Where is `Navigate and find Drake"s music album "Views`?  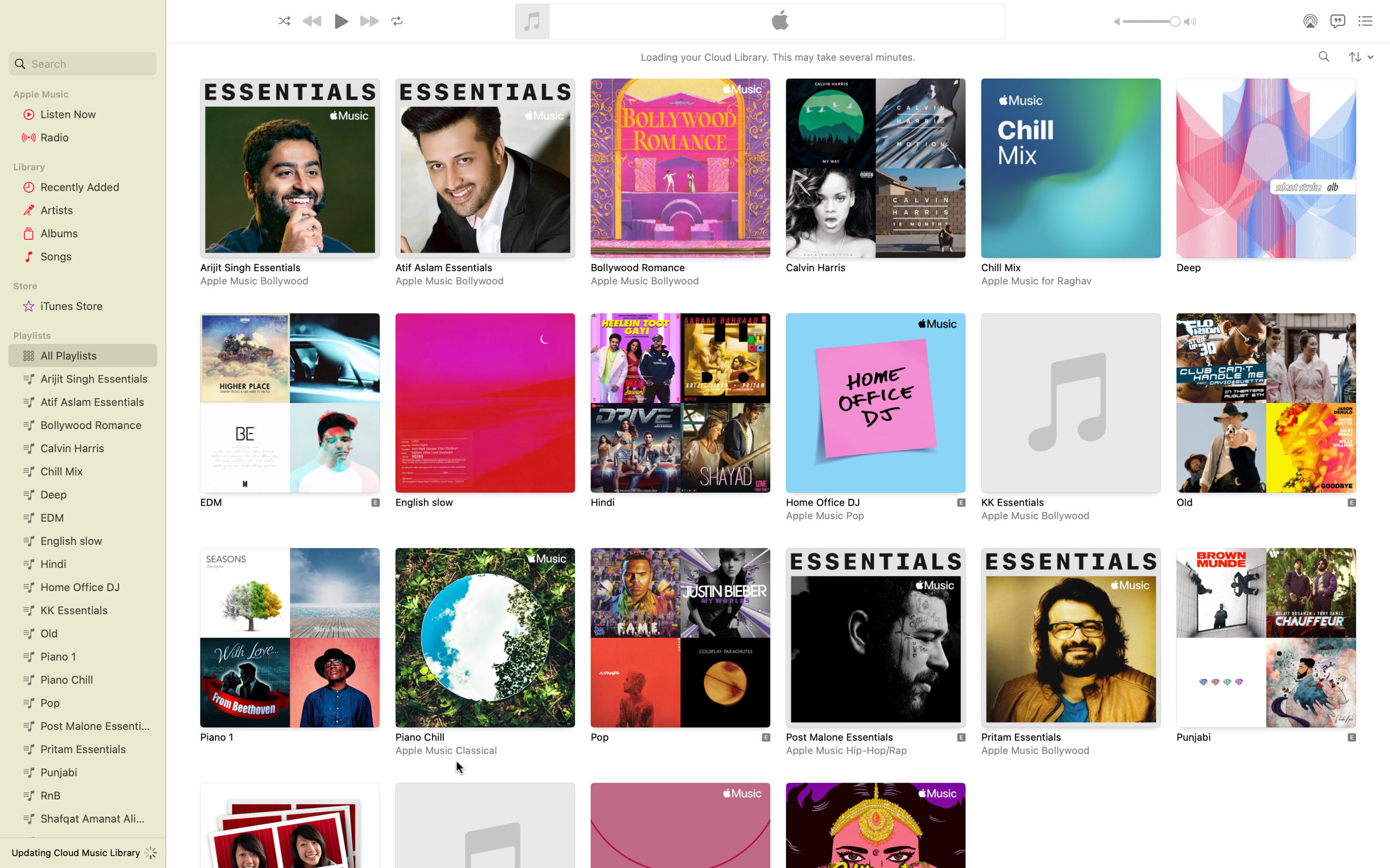 Navigate and find Drake"s music album "Views is located at coordinates (1324, 57).